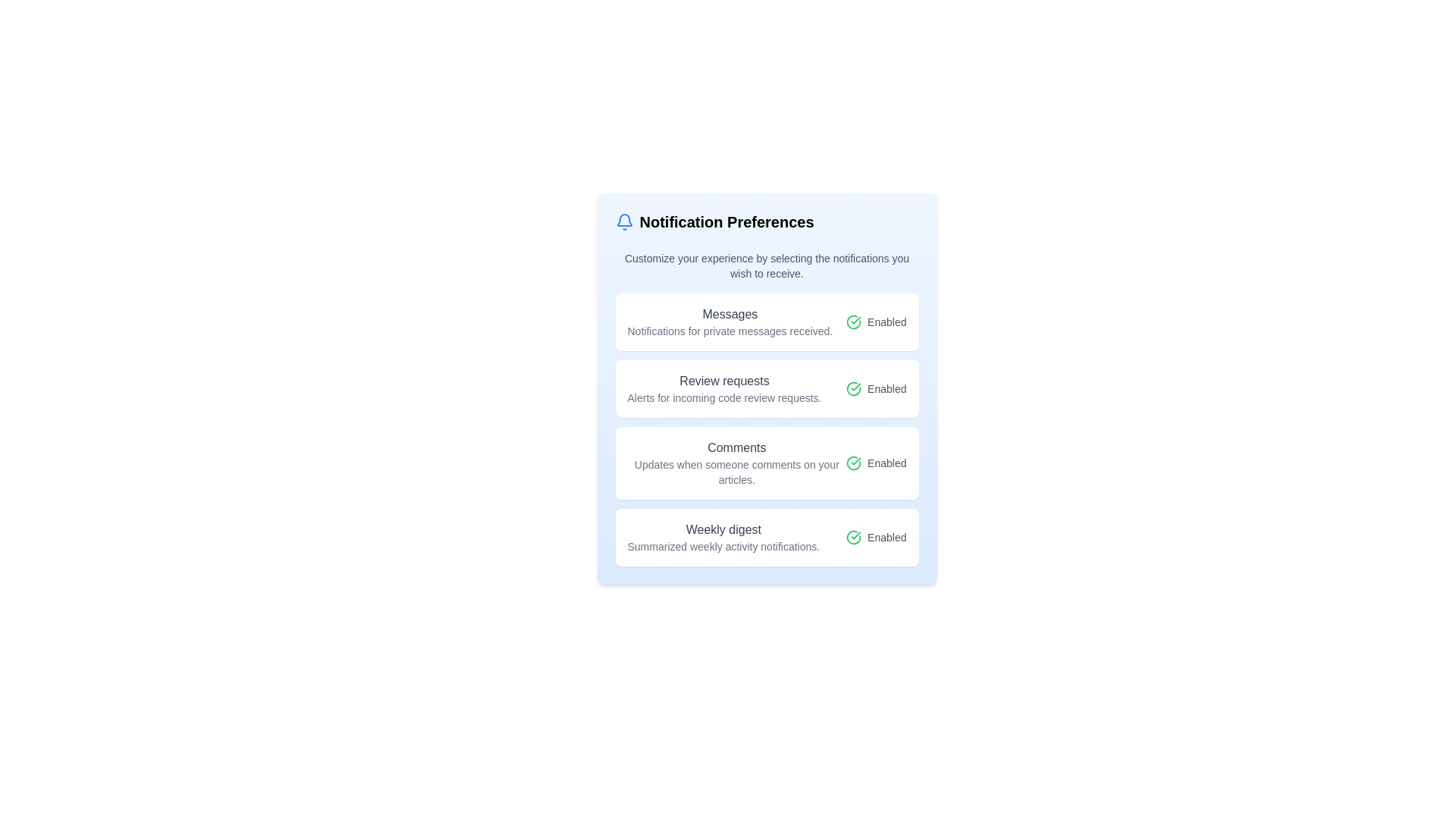  Describe the element at coordinates (767, 222) in the screenshot. I see `the header labeled 'Notification Preferences' with a blue bell icon located at the top of the notification settings card` at that location.